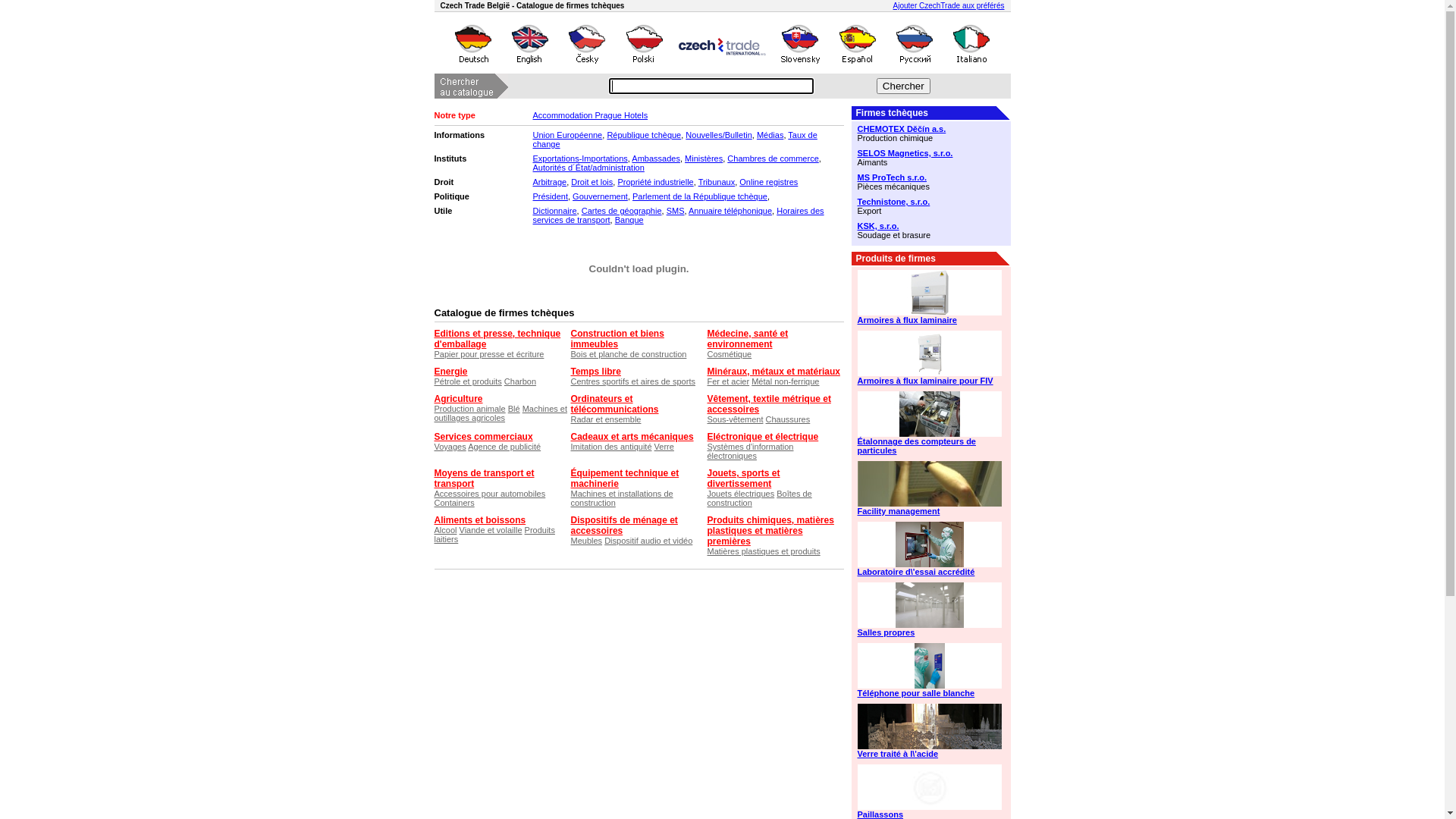 The height and width of the screenshot is (819, 1456). What do you see at coordinates (930, 201) in the screenshot?
I see `'Technistone, s.r.o.'` at bounding box center [930, 201].